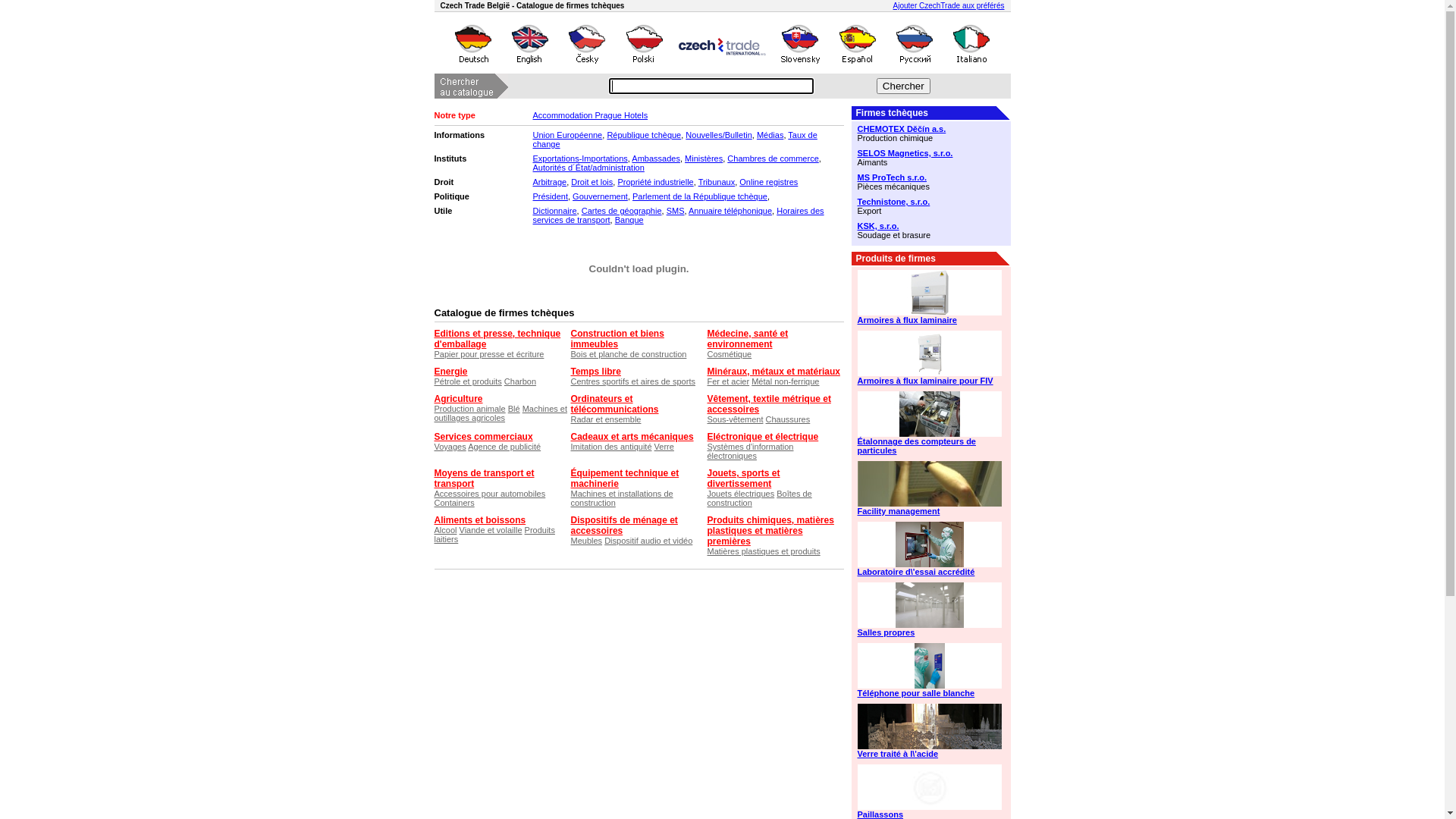 The height and width of the screenshot is (819, 1456). What do you see at coordinates (930, 201) in the screenshot?
I see `'Technistone, s.r.o.'` at bounding box center [930, 201].